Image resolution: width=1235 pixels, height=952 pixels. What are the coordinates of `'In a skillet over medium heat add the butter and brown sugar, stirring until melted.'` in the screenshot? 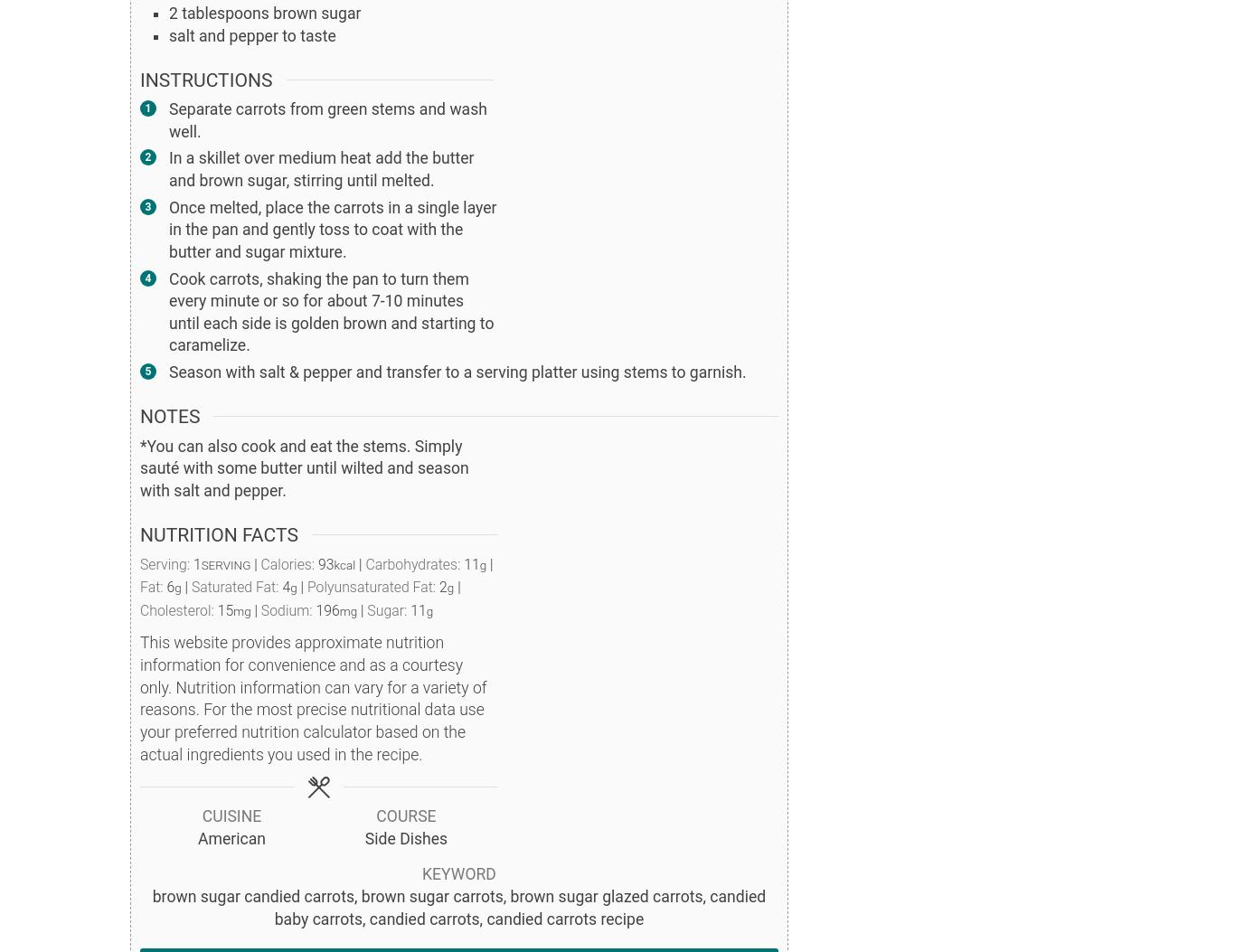 It's located at (168, 168).